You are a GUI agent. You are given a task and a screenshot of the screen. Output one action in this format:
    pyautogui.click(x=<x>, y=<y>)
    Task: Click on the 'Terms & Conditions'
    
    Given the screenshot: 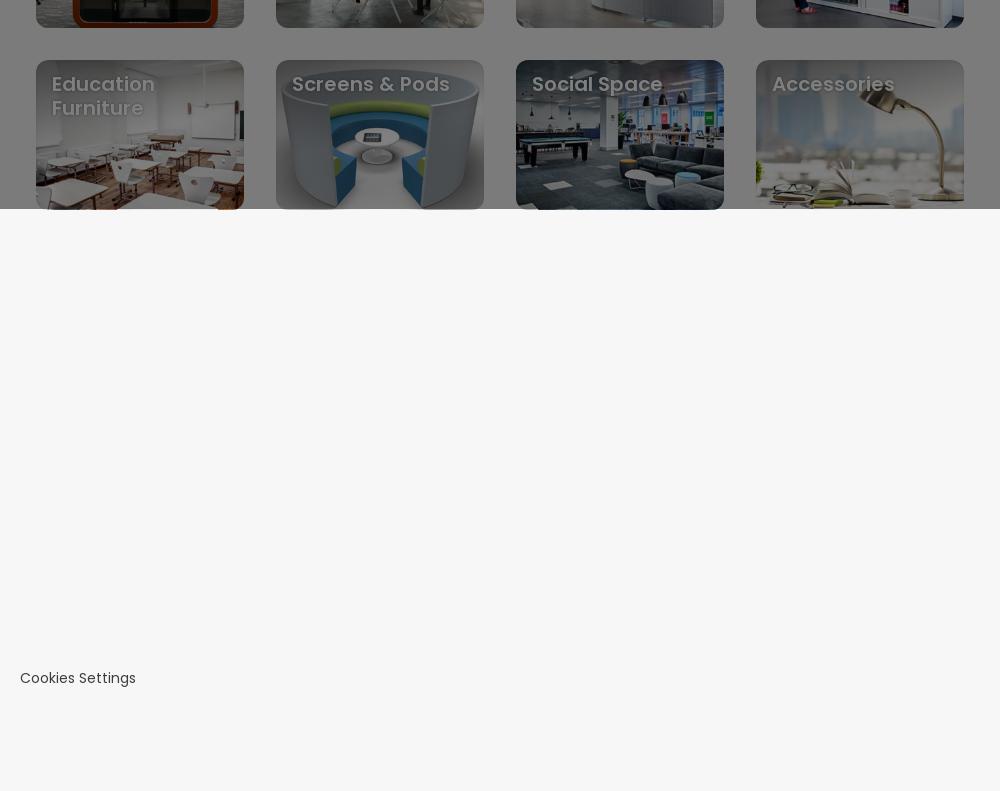 What is the action you would take?
    pyautogui.click(x=137, y=562)
    